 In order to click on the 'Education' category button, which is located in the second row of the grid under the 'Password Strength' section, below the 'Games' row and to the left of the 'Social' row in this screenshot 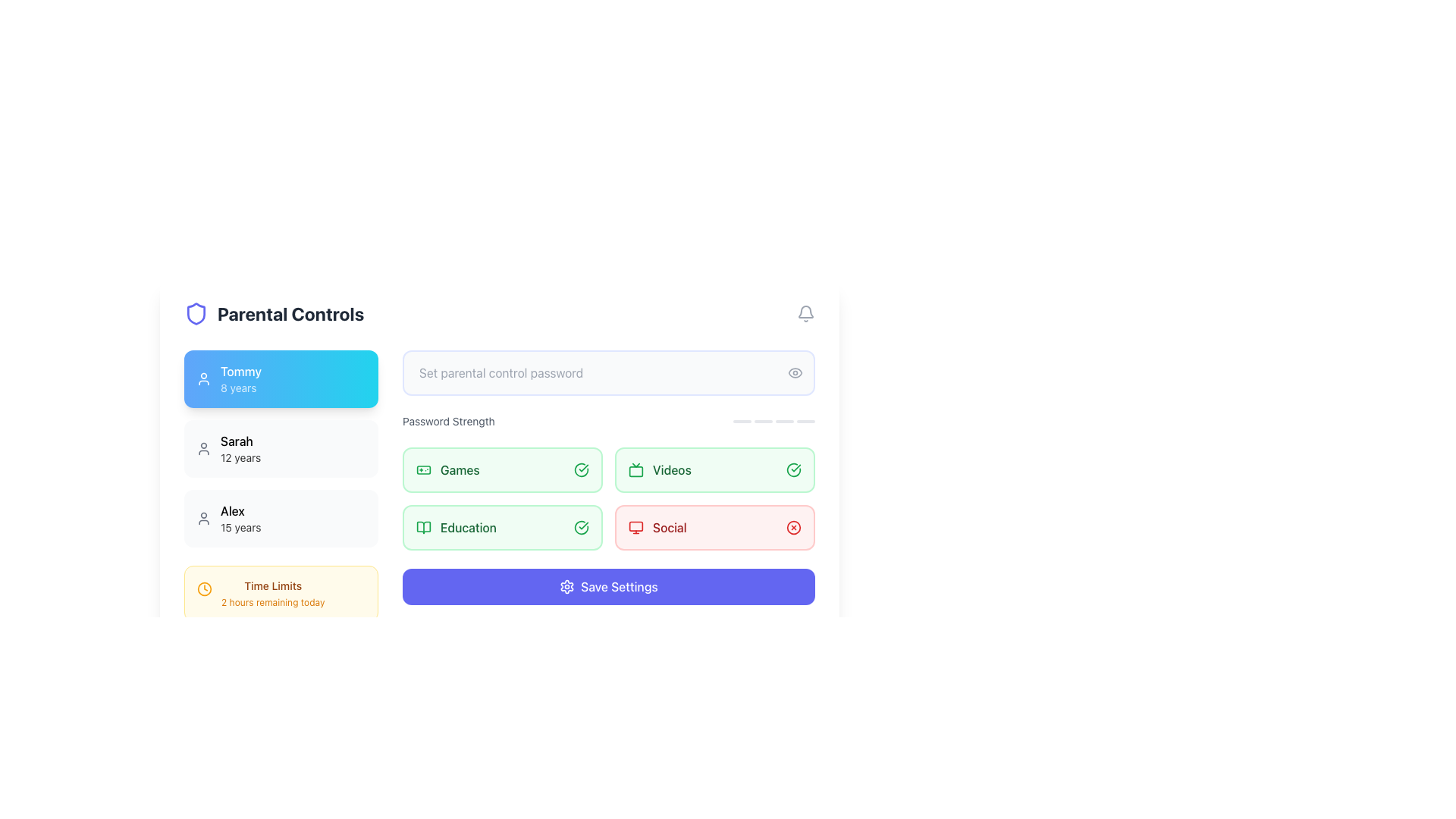, I will do `click(455, 526)`.